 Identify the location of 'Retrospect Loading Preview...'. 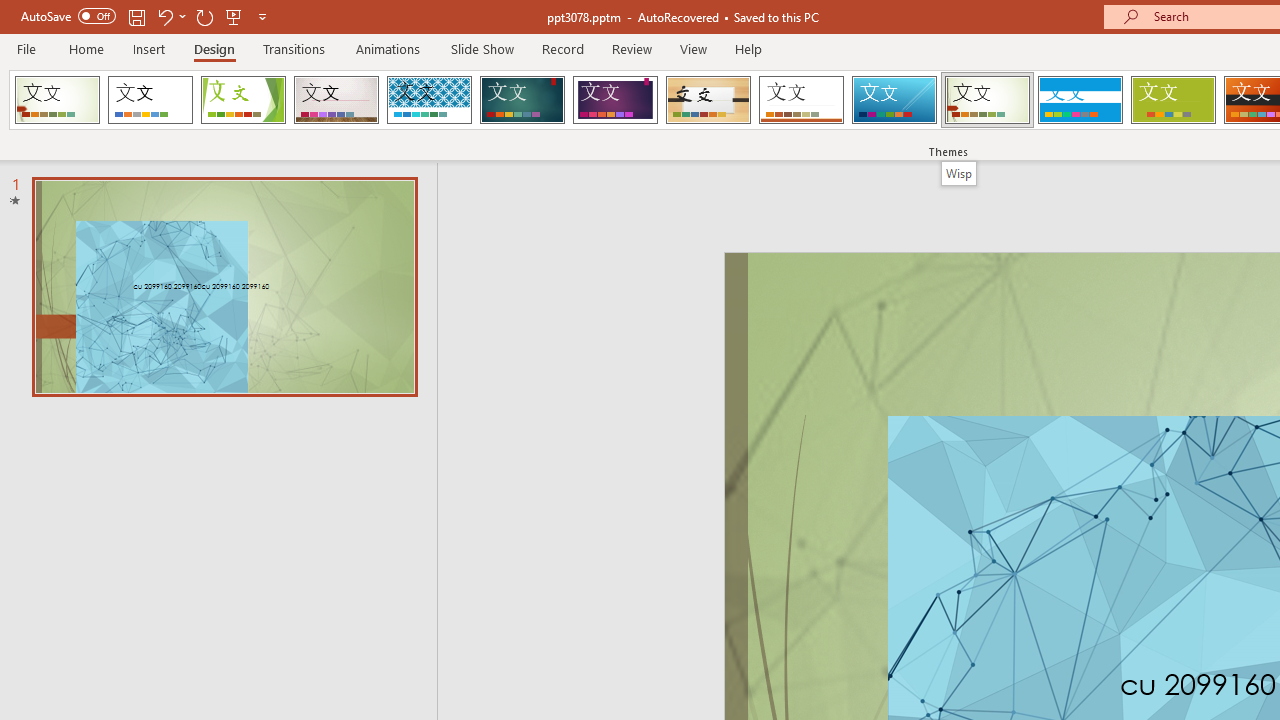
(801, 100).